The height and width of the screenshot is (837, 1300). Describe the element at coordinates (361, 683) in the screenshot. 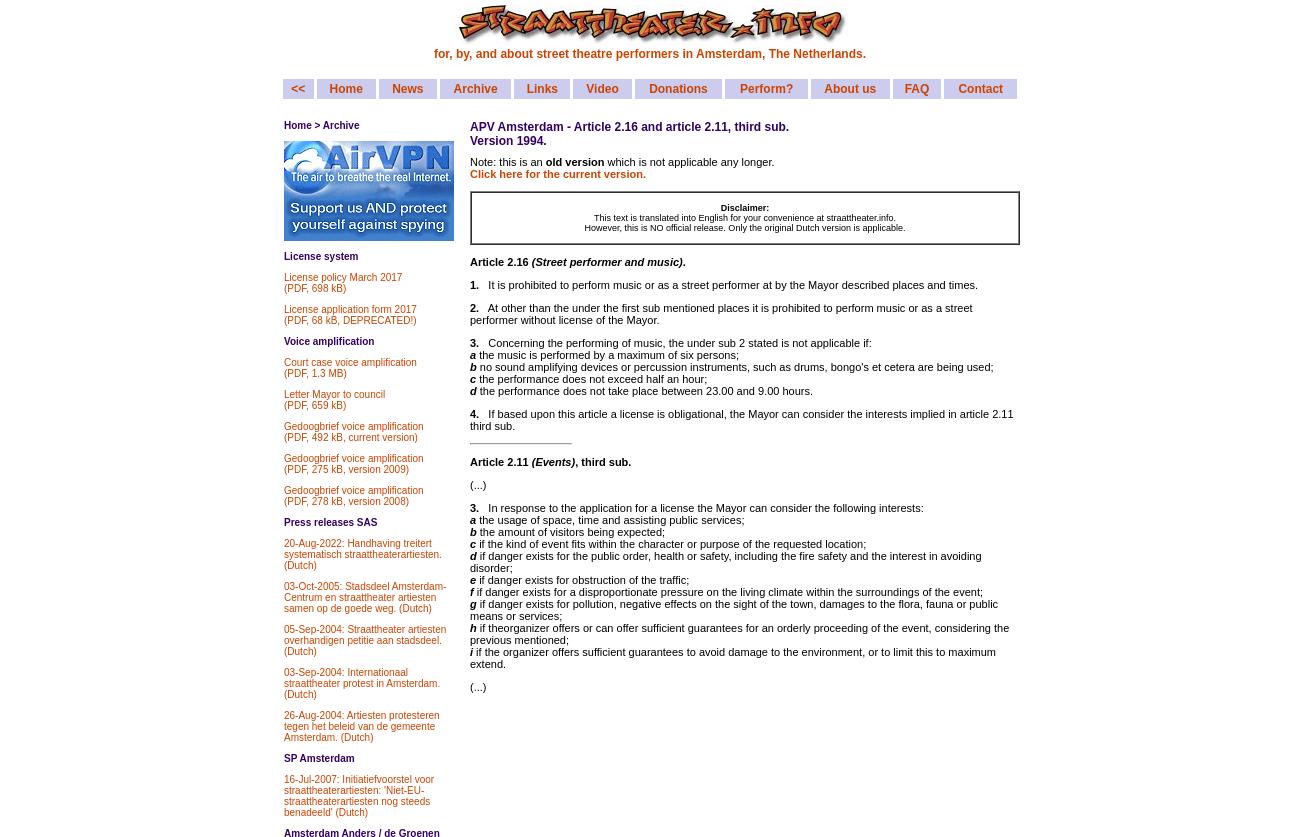

I see `'03-Sep-2004: Internationaal straattheater protest in Amsterdam. (Dutch)'` at that location.